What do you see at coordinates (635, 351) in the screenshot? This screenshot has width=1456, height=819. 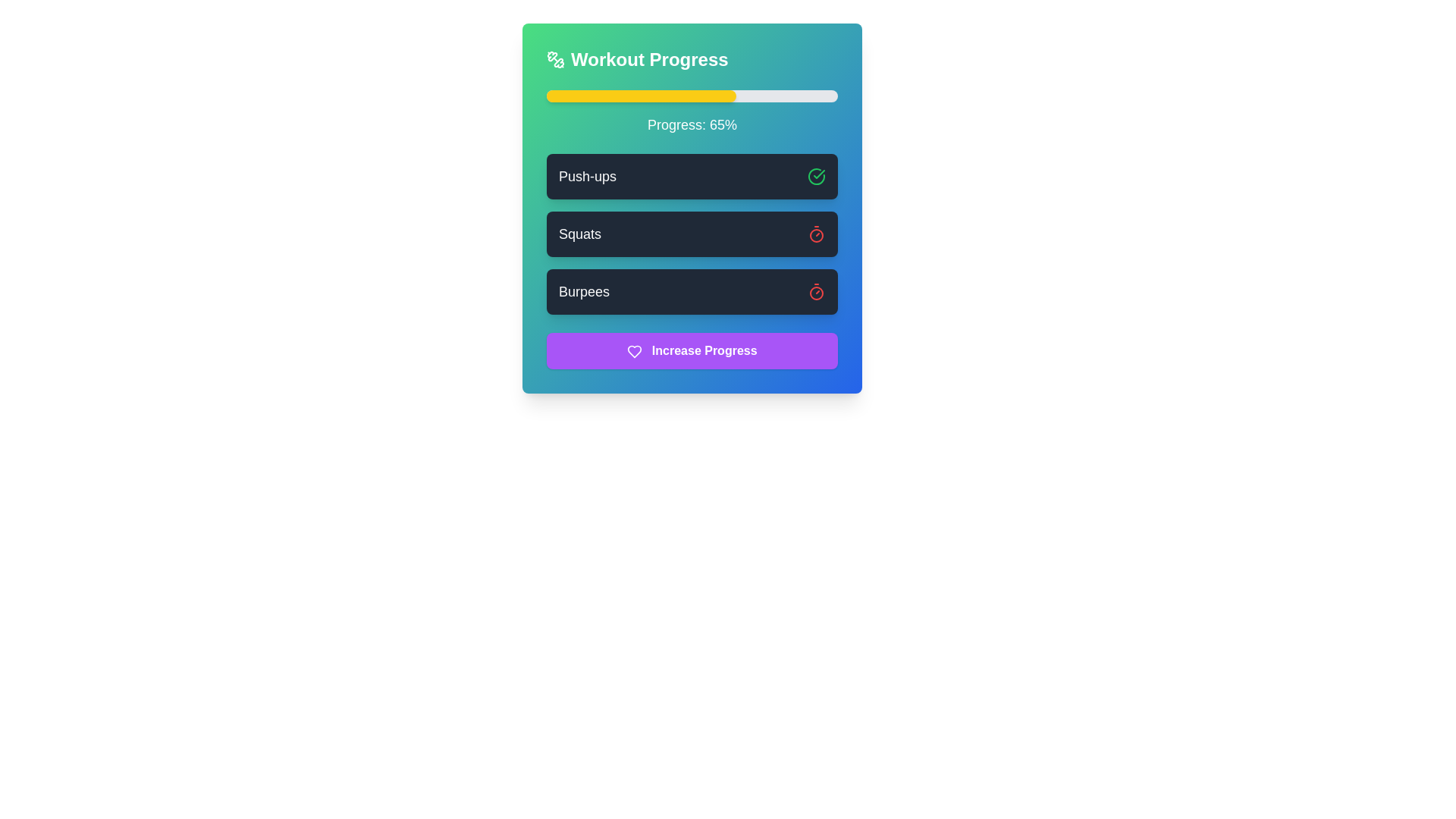 I see `the heart-shaped icon with a purple background that is part of the 'Increase Progress' button, which is located at the bottom center of a card-like component` at bounding box center [635, 351].